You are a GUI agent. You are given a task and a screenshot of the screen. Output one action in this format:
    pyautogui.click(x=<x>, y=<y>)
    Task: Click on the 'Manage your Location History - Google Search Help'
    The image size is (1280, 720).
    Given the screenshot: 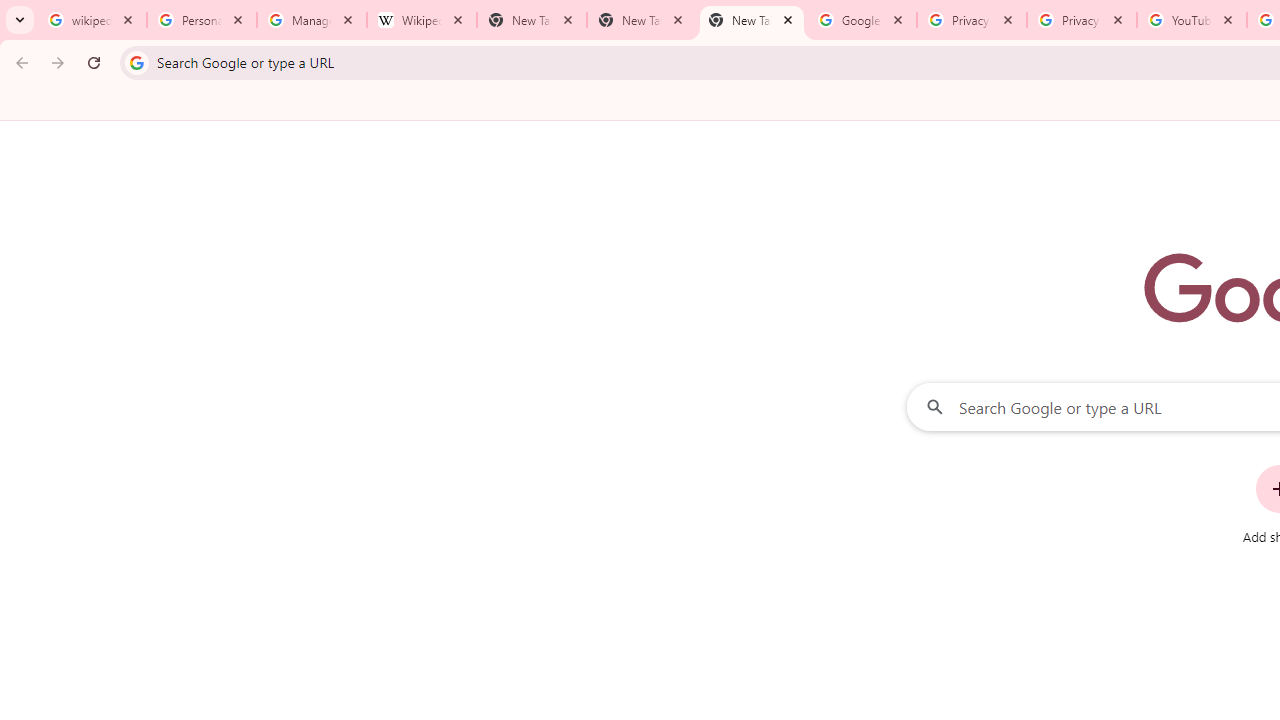 What is the action you would take?
    pyautogui.click(x=311, y=20)
    